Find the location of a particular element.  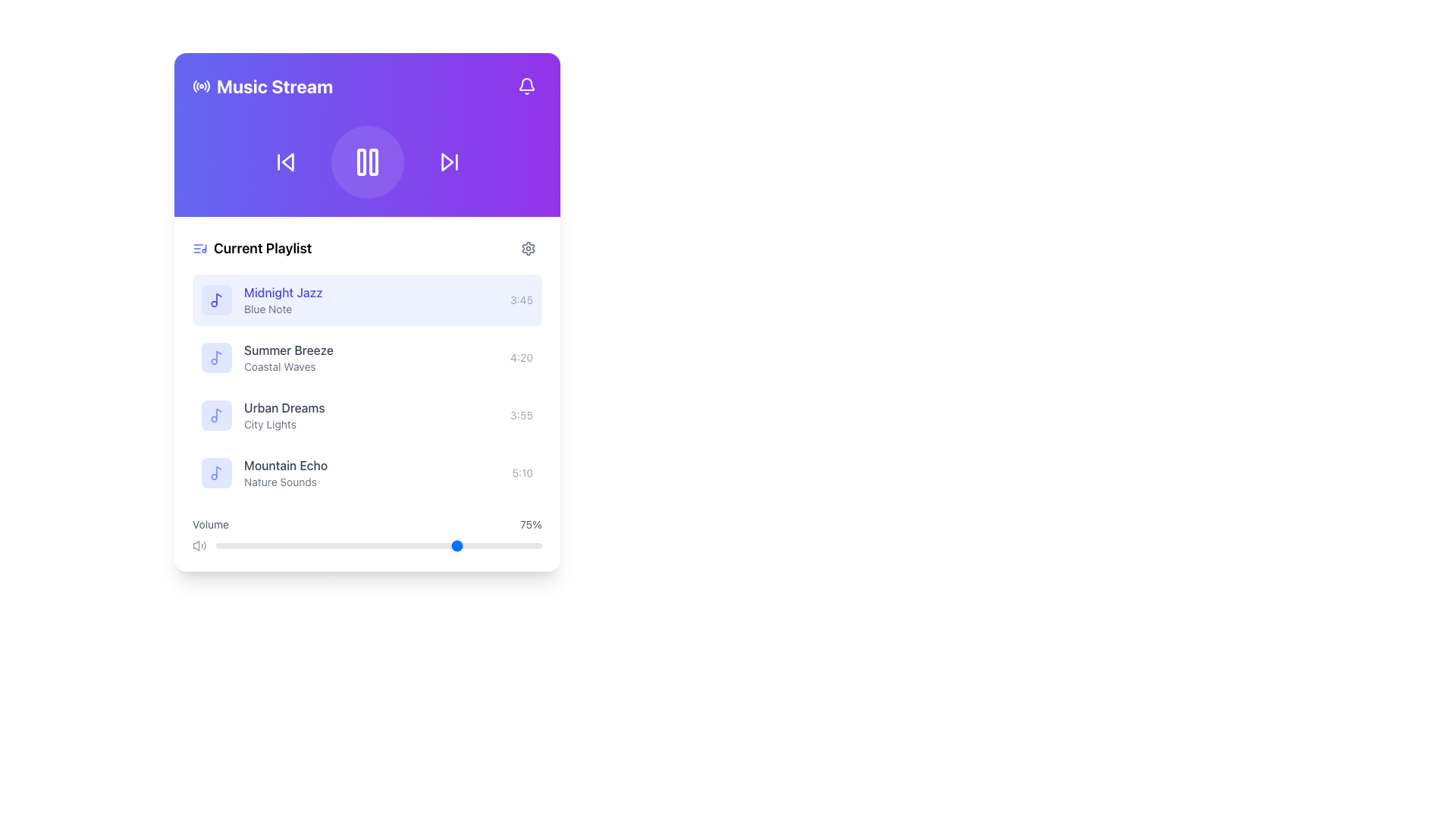

the right bar of the pause button icon, which is a vertical rectangle styled in purple and located in the center of the title bar is located at coordinates (373, 162).